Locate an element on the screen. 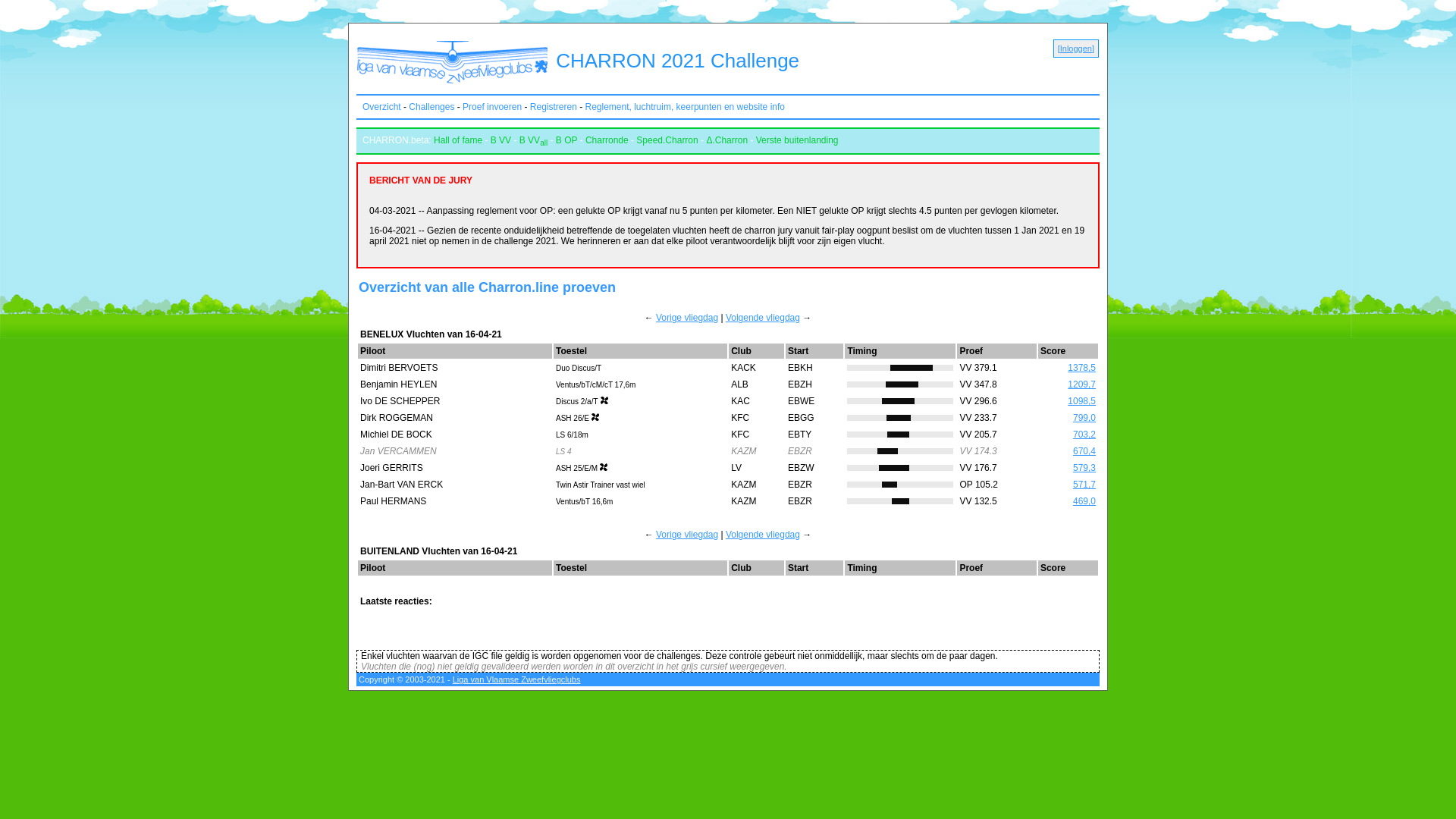 The height and width of the screenshot is (819, 1456). 'Begin tijdsbalk: 6:00 UTC, Einde tijdsbalk: 20:00 UTC' is located at coordinates (899, 368).